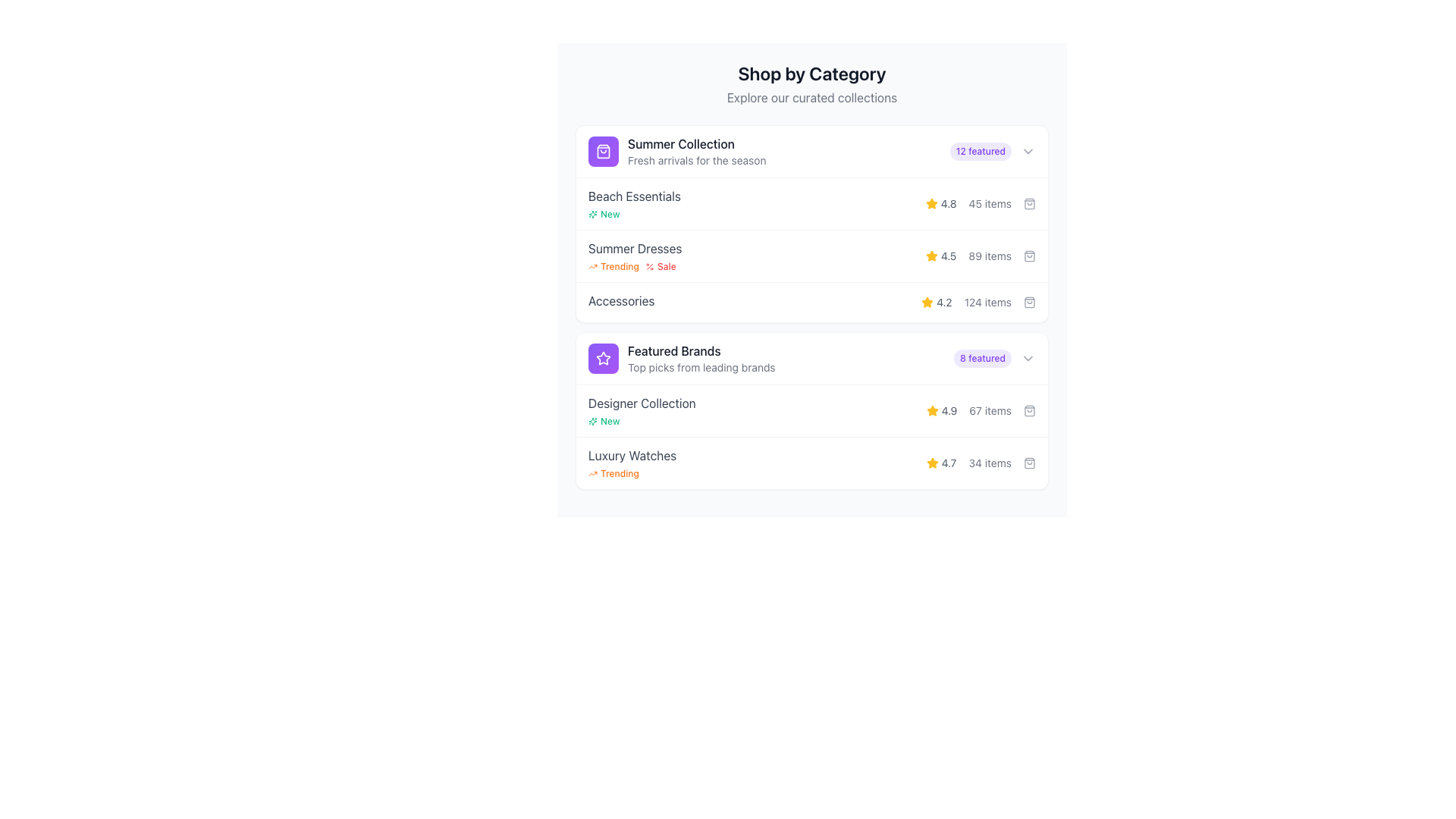 The image size is (1456, 819). Describe the element at coordinates (610, 421) in the screenshot. I see `the 'New' text label styled in light green, located next to a green icon under the 'Designer Collection' in the 'Featured Brands' section` at that location.